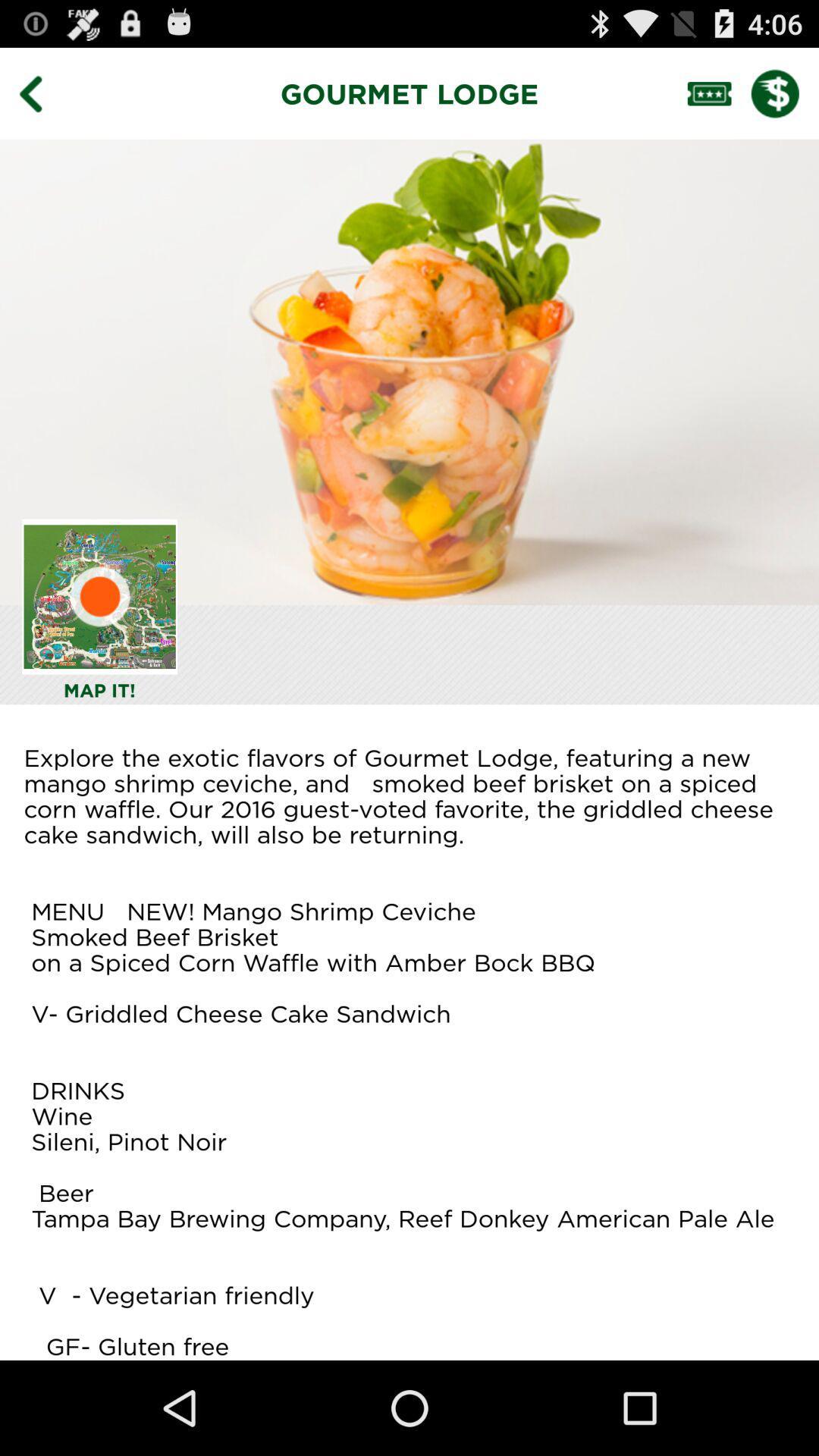  I want to click on go back, so click(41, 93).